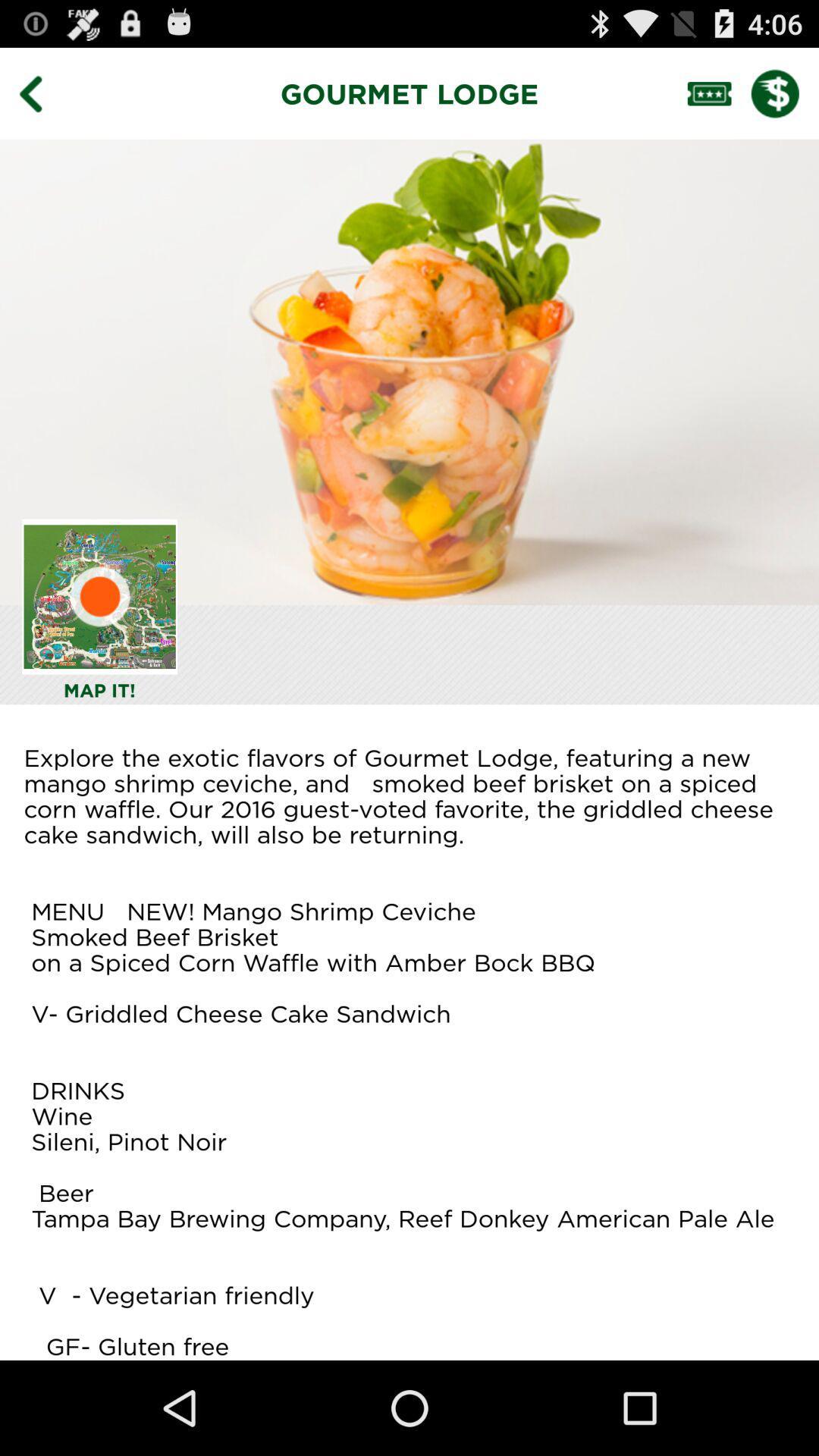  I want to click on go back, so click(41, 93).